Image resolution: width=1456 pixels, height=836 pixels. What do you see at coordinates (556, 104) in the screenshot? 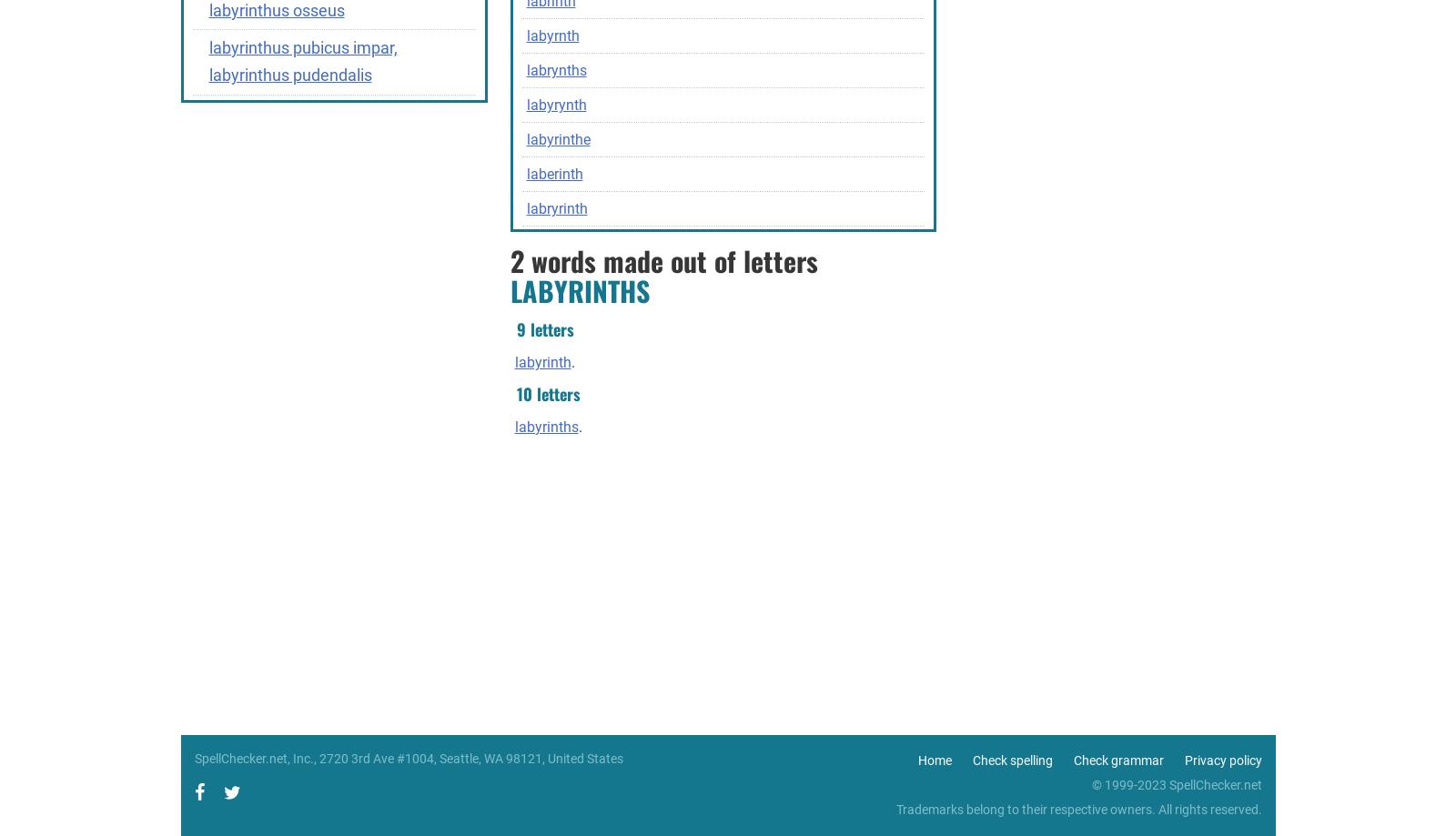
I see `'labyrynth'` at bounding box center [556, 104].